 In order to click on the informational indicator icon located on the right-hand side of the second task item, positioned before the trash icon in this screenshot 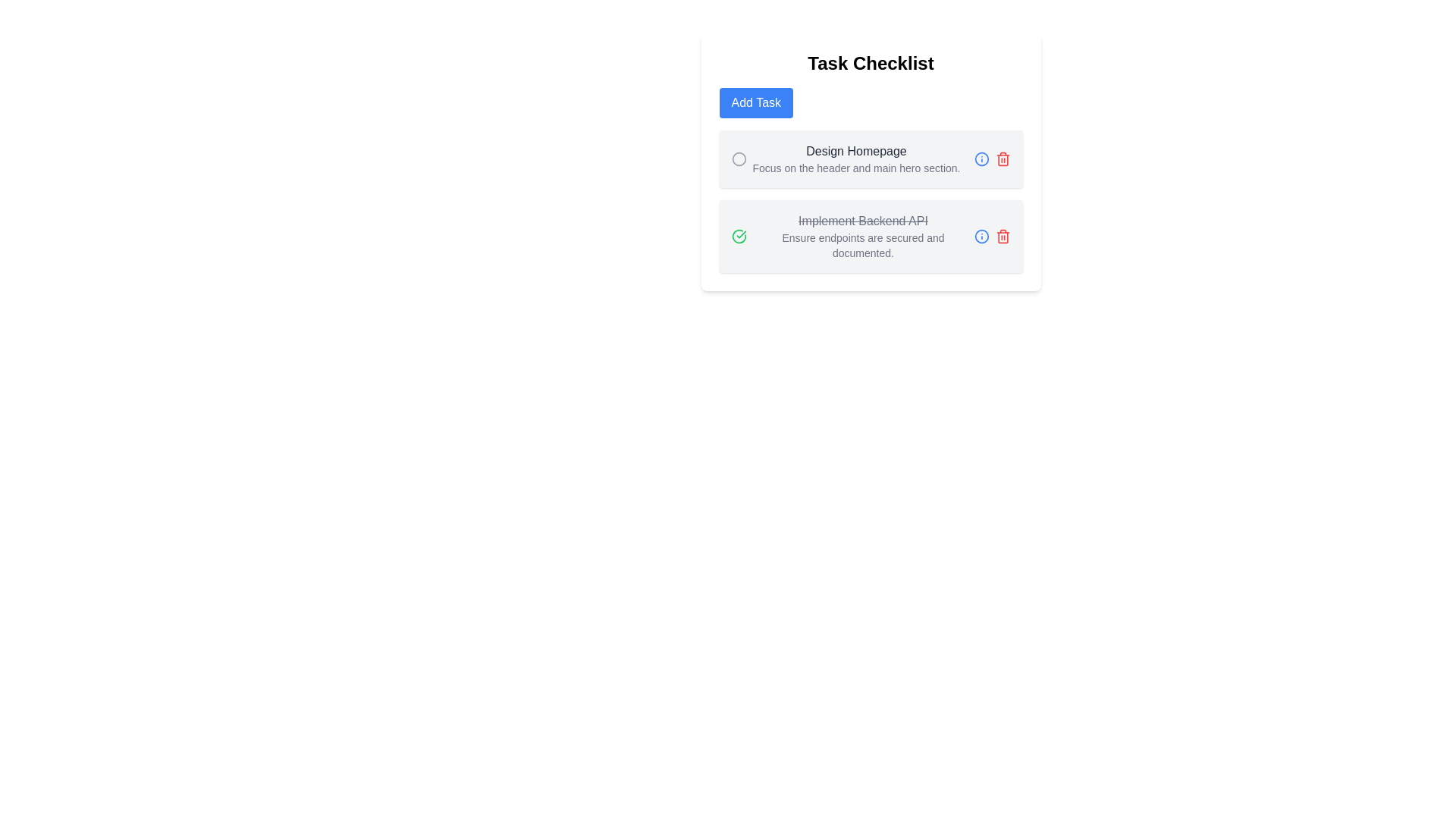, I will do `click(981, 237)`.